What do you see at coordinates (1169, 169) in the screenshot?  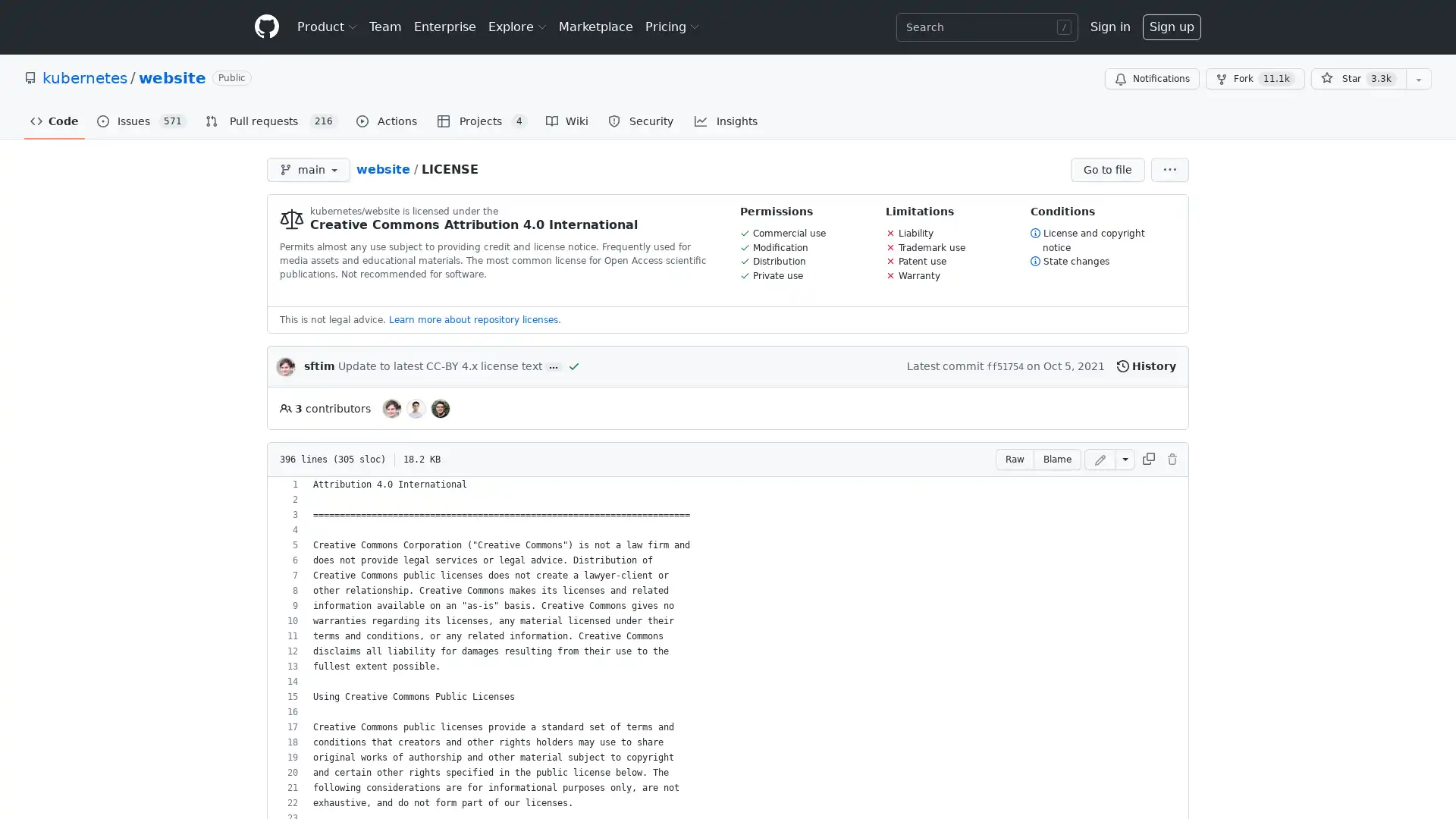 I see `More options` at bounding box center [1169, 169].